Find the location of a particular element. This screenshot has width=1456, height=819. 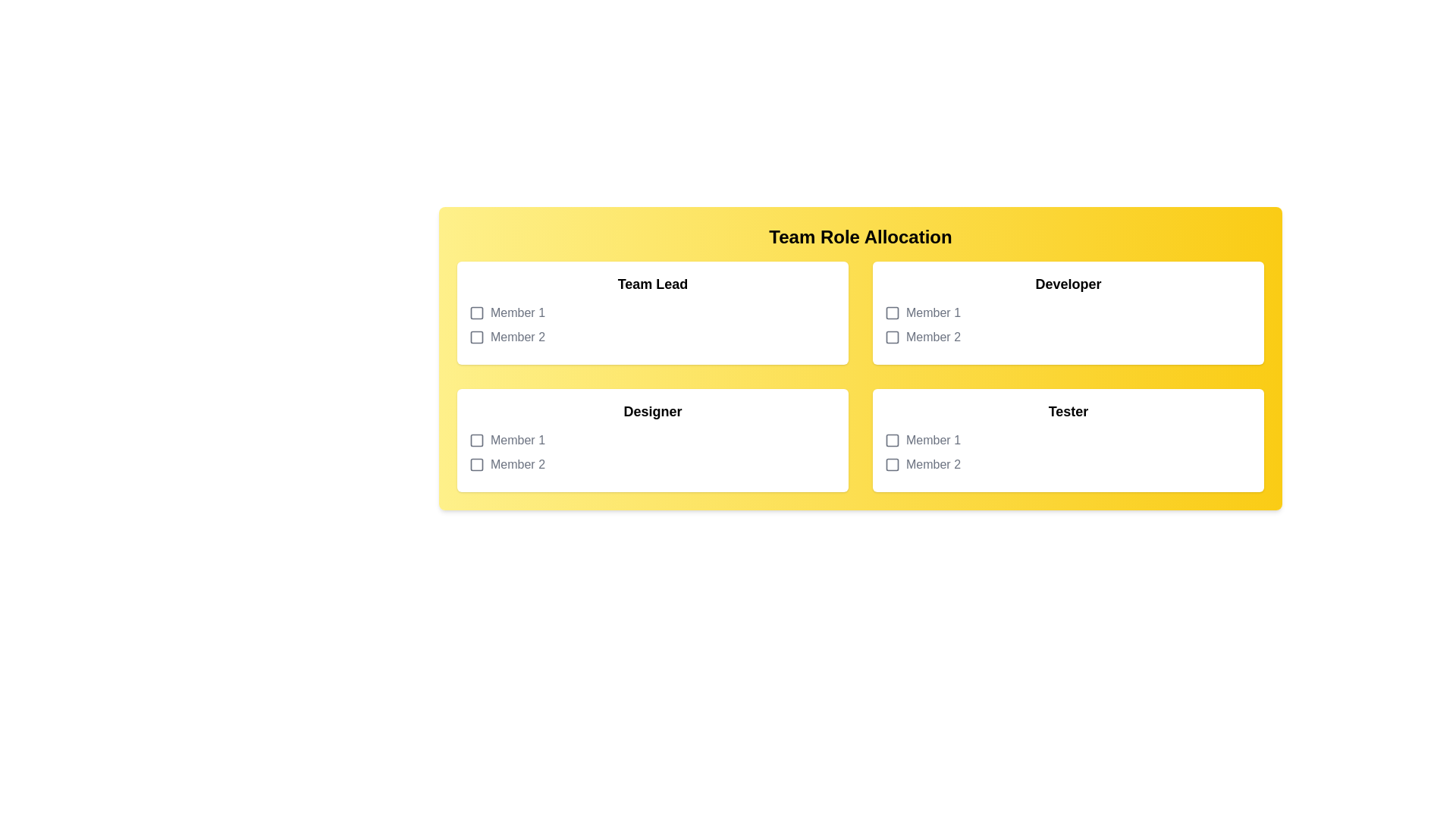

the icon next to Developer for Member 2 to toggle selection is located at coordinates (892, 336).